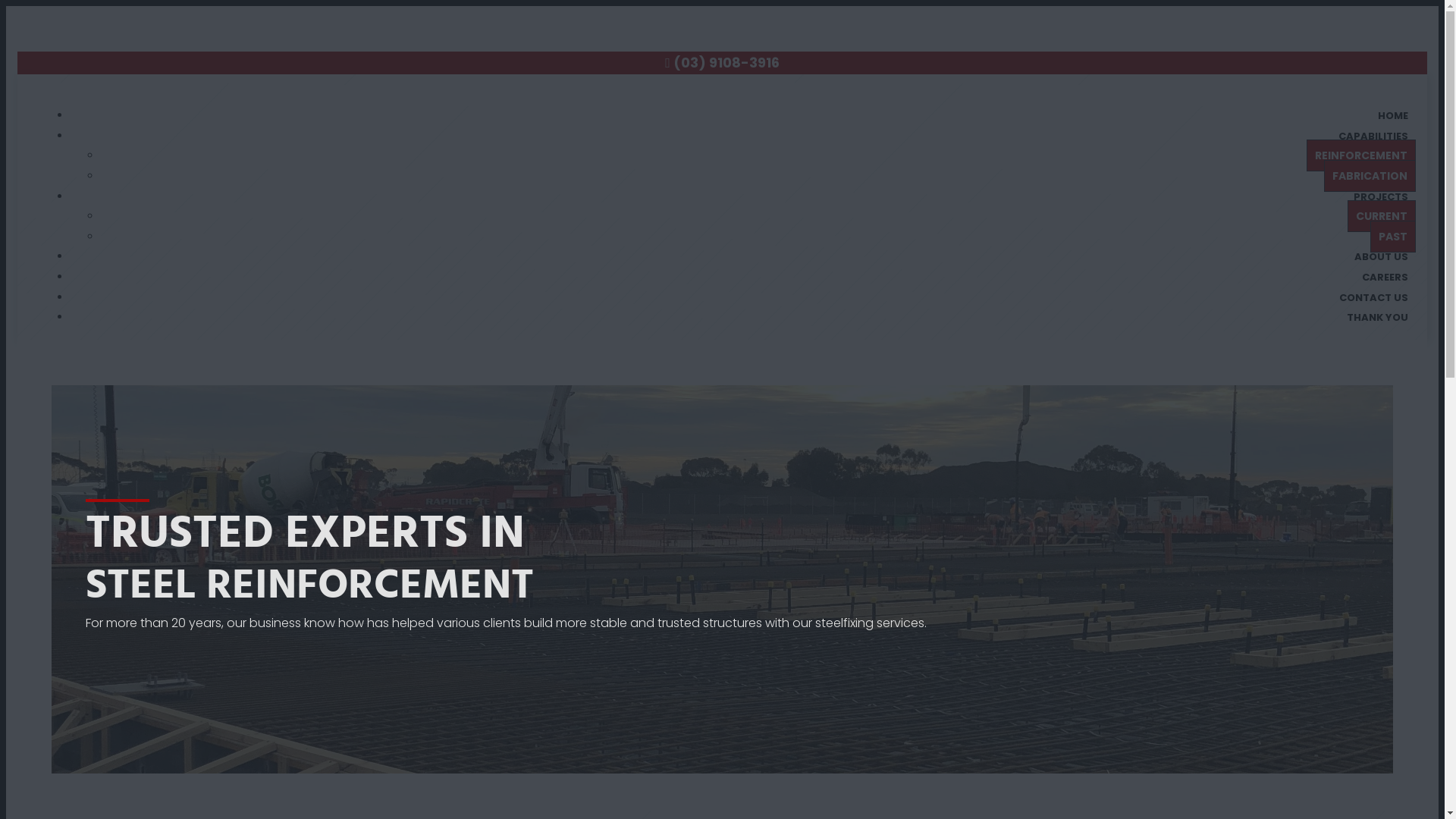  What do you see at coordinates (1370, 174) in the screenshot?
I see `'FABRICATION'` at bounding box center [1370, 174].